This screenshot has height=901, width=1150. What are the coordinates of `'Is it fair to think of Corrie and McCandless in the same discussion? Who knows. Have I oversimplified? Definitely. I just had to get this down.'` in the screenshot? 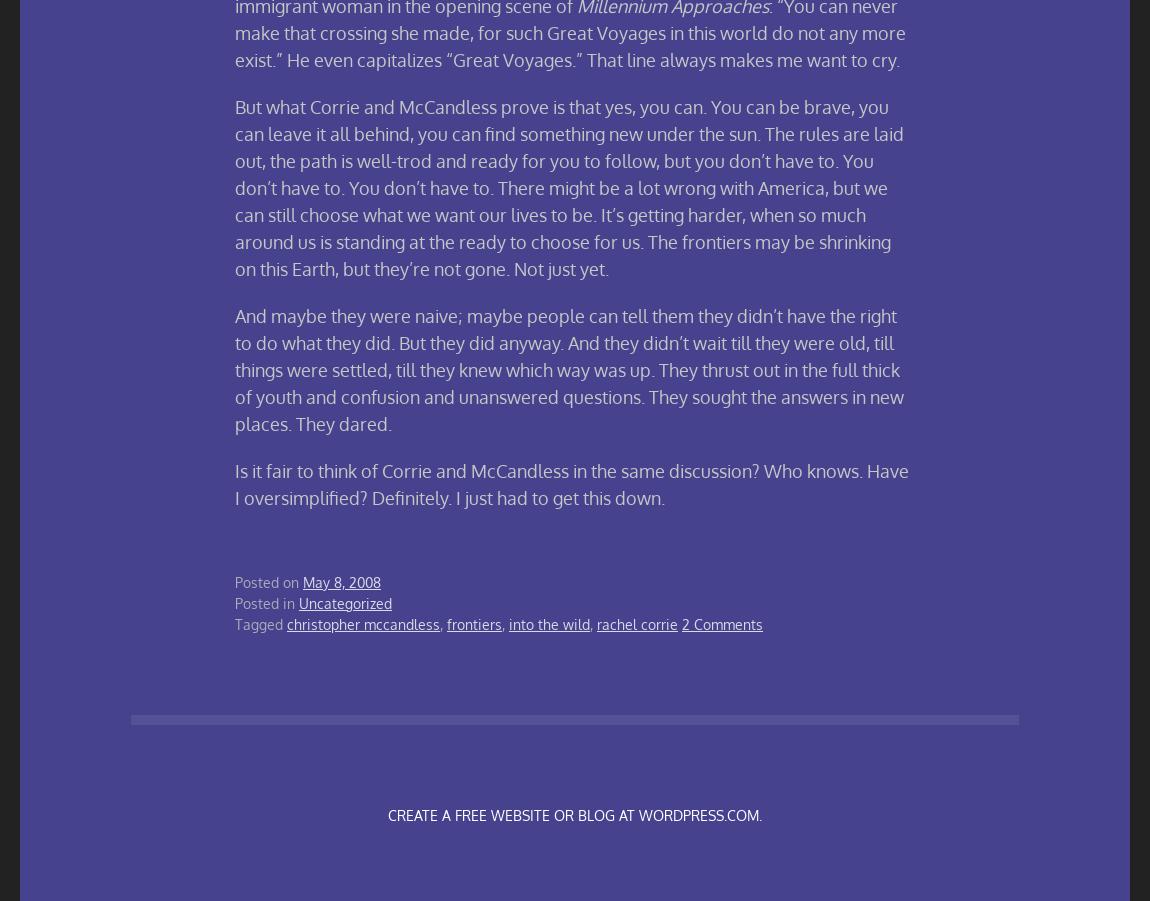 It's located at (233, 484).